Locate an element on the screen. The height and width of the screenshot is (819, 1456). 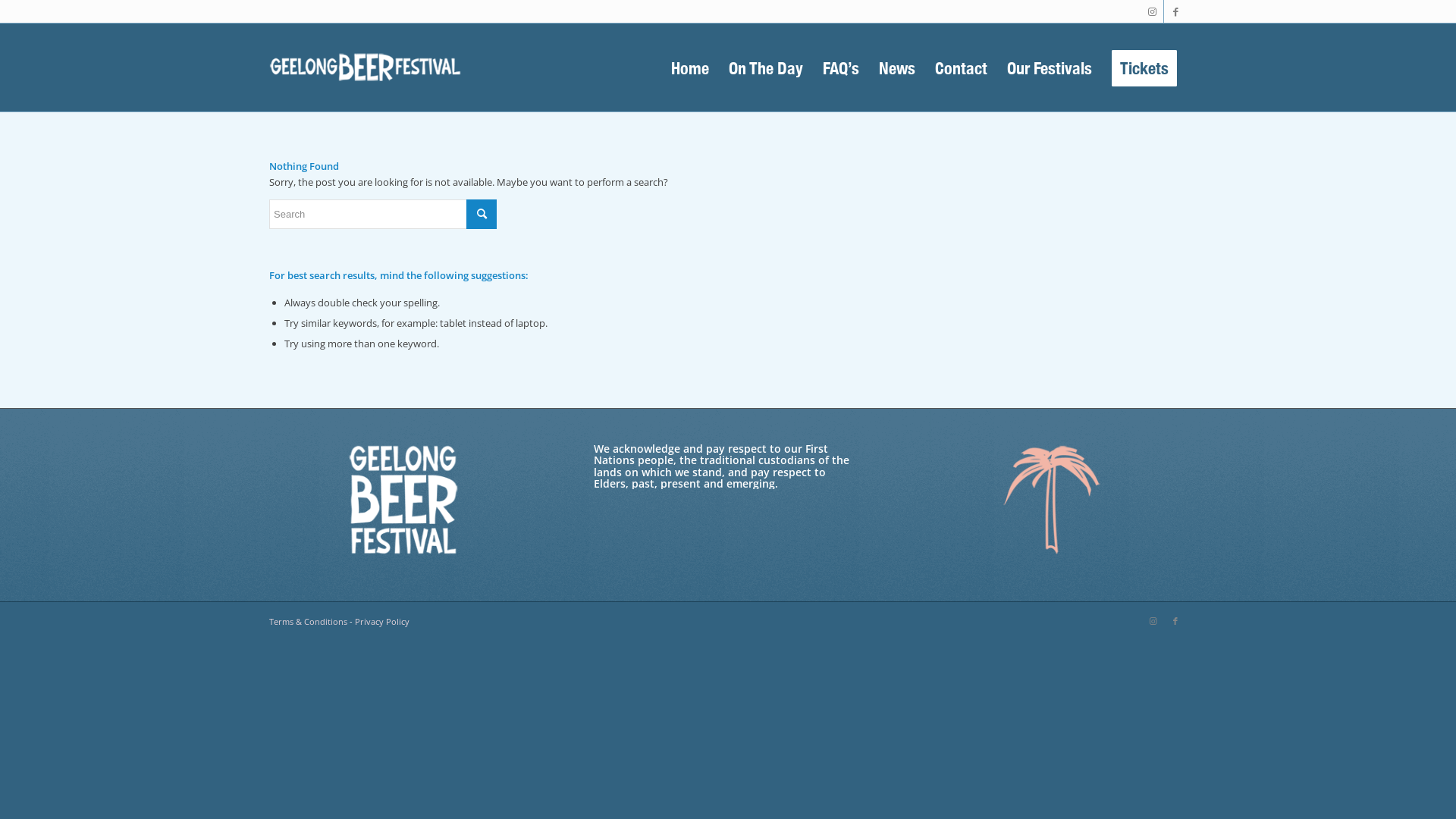
'Our Festivals' is located at coordinates (997, 66).